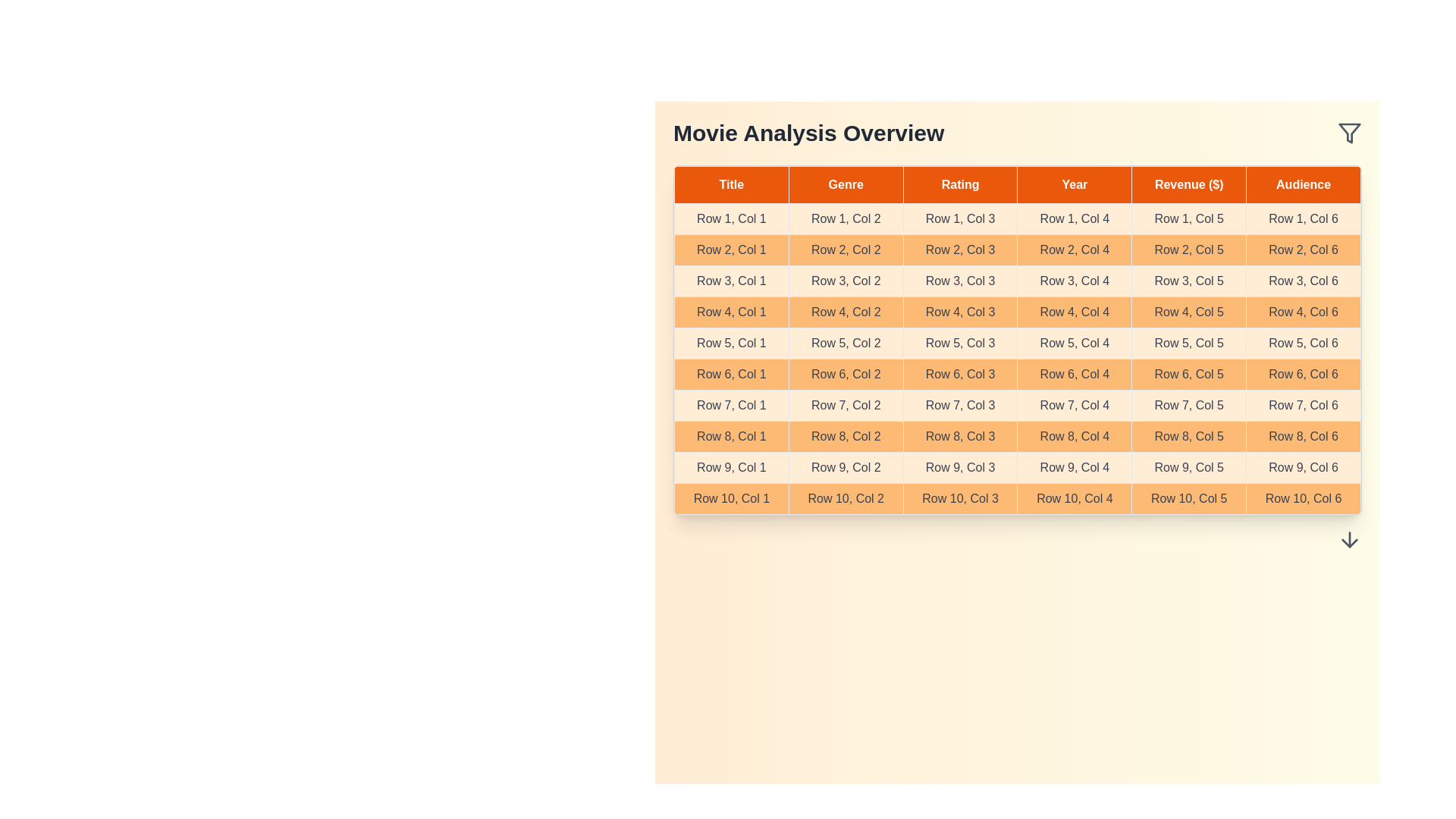 Image resolution: width=1456 pixels, height=819 pixels. Describe the element at coordinates (1350, 539) in the screenshot. I see `the downward arrow in the footer of the MovieDataTable component` at that location.